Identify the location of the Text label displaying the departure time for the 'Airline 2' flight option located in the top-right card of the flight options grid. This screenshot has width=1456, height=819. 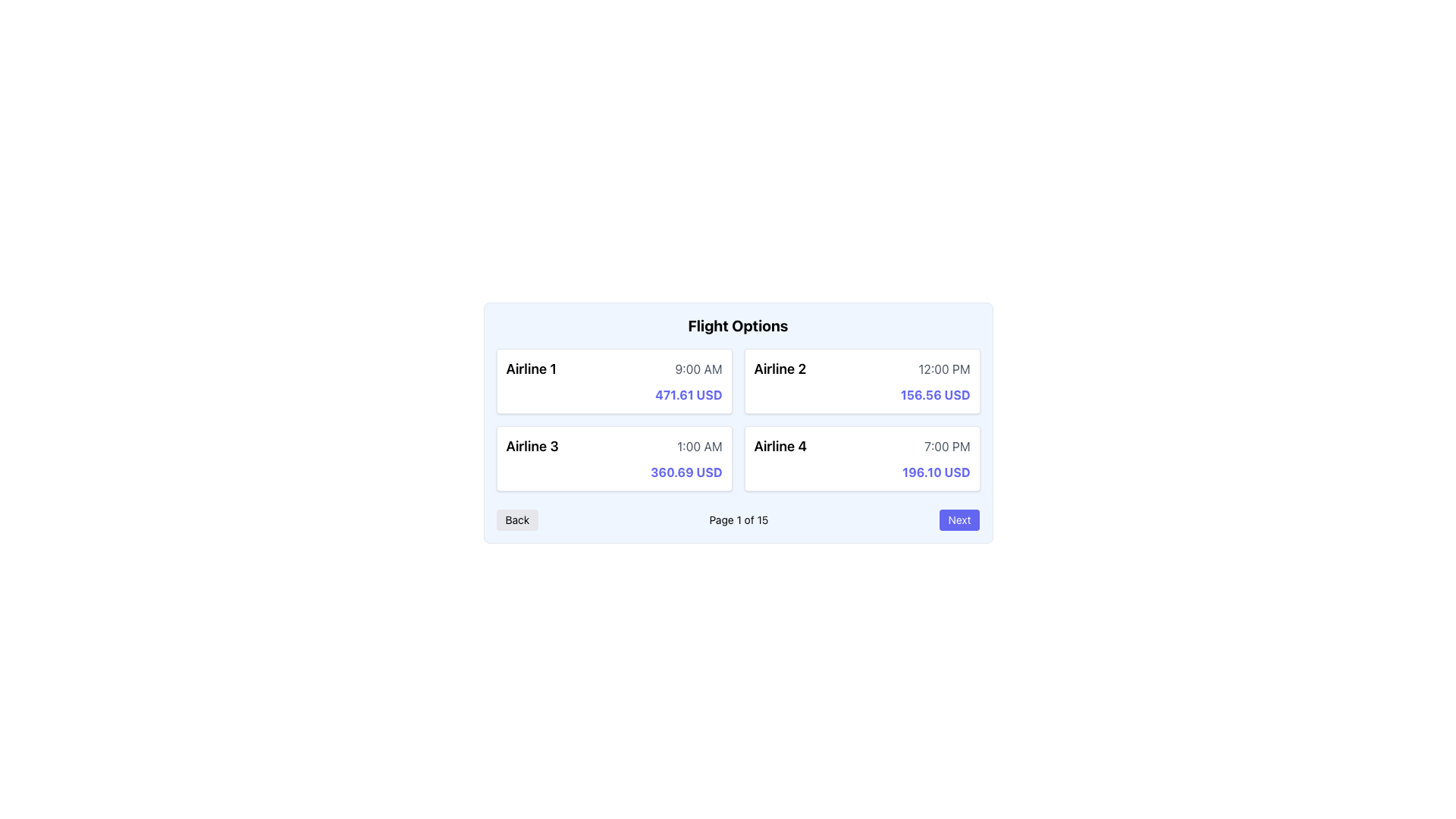
(943, 369).